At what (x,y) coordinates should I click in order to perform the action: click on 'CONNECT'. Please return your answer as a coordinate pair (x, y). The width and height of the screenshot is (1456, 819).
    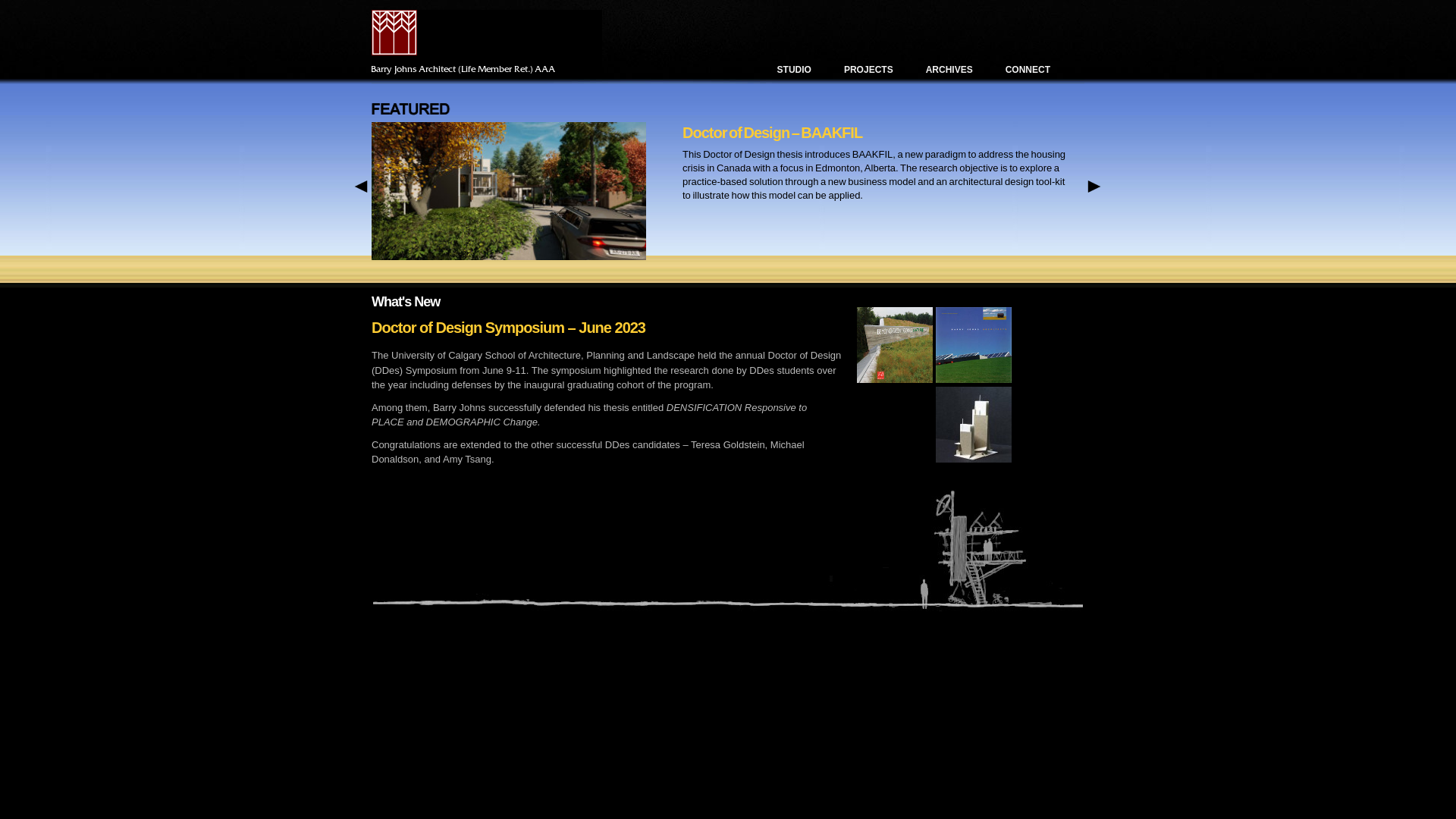
    Looking at the image, I should click on (1028, 70).